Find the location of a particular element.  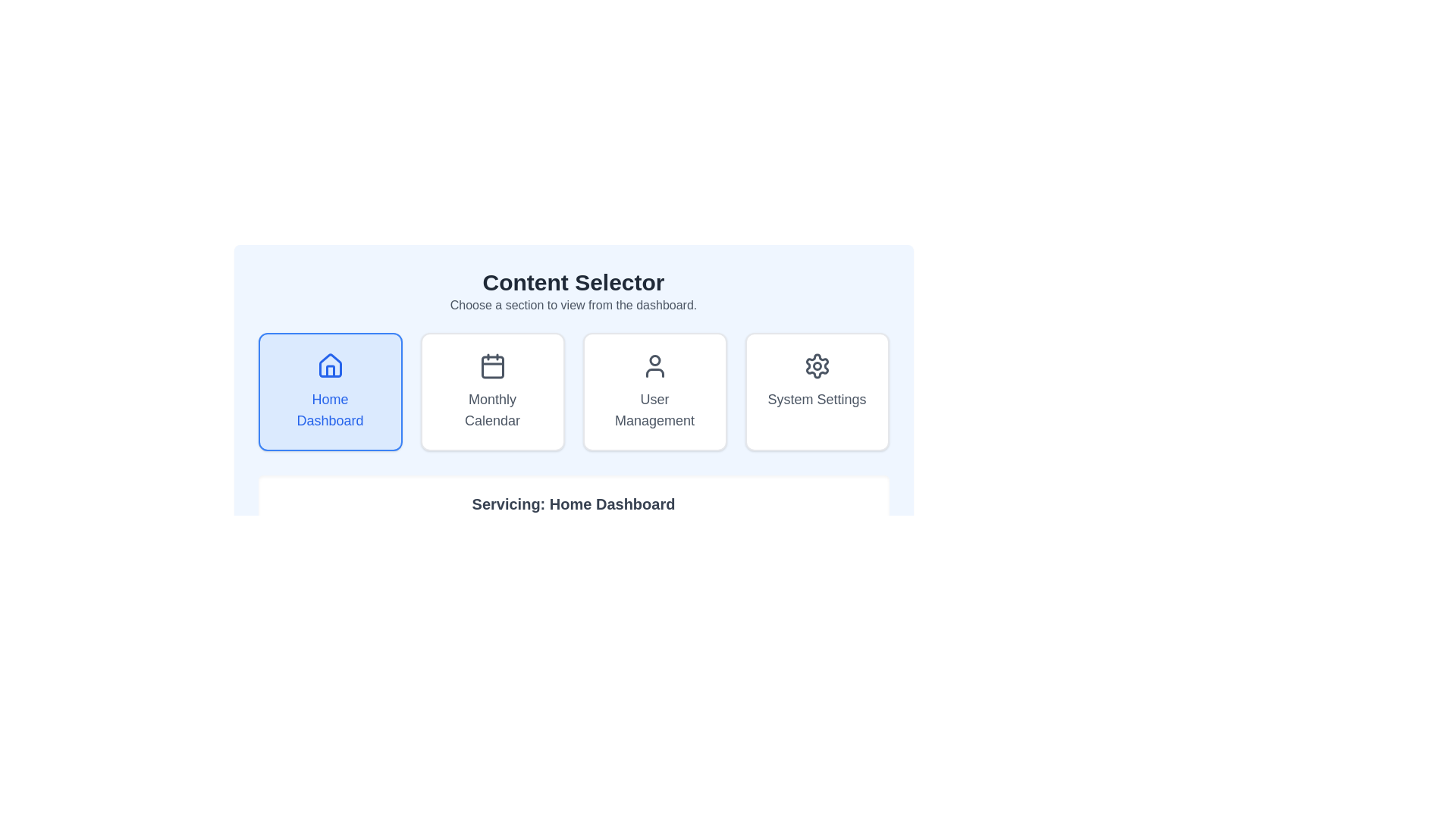

the text label indicating 'Servicing: Home Dashboard', which serves as a heading in the bottom section of the interface is located at coordinates (573, 504).